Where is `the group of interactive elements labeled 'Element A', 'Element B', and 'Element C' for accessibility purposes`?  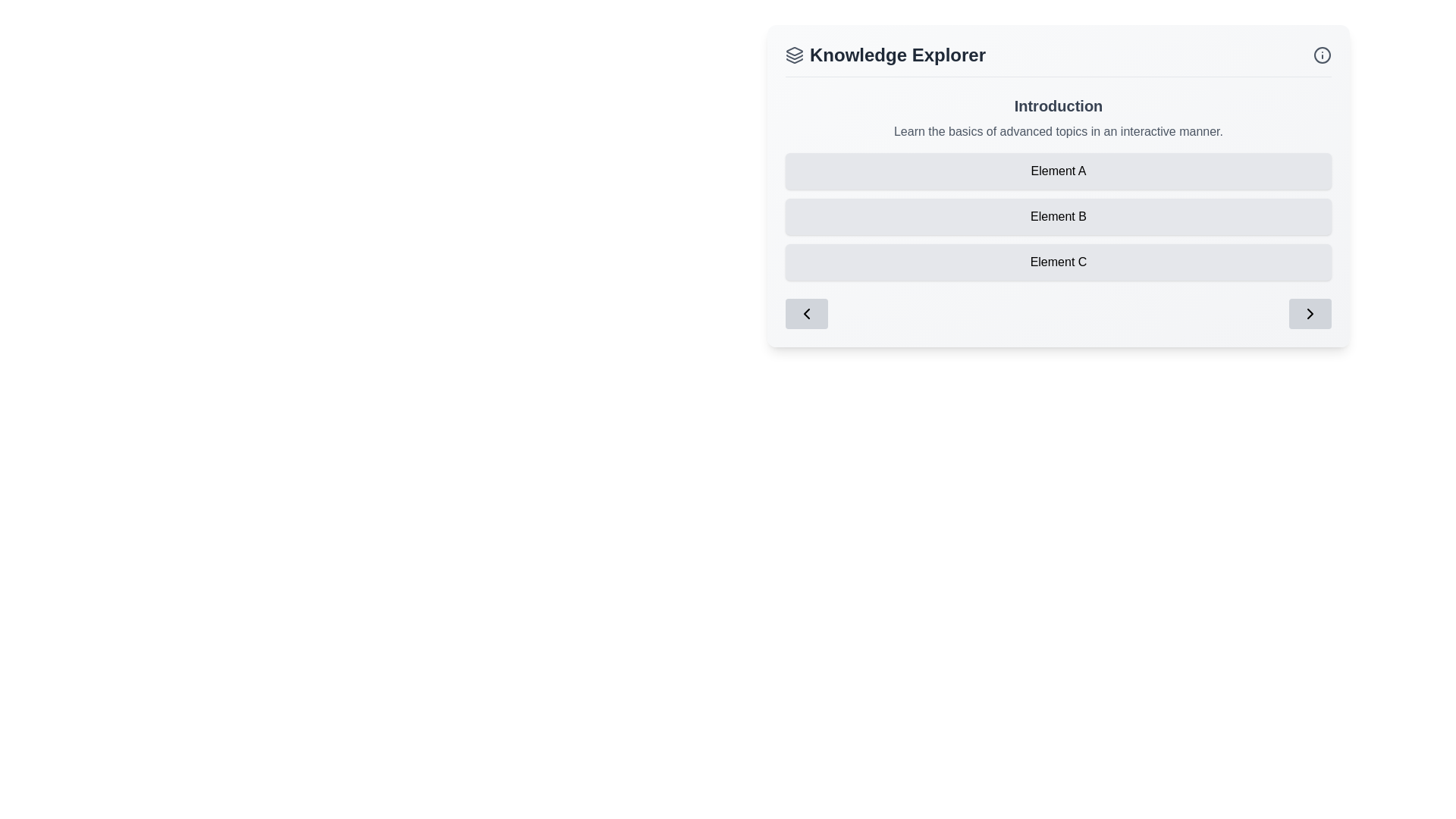 the group of interactive elements labeled 'Element A', 'Element B', and 'Element C' for accessibility purposes is located at coordinates (1058, 216).